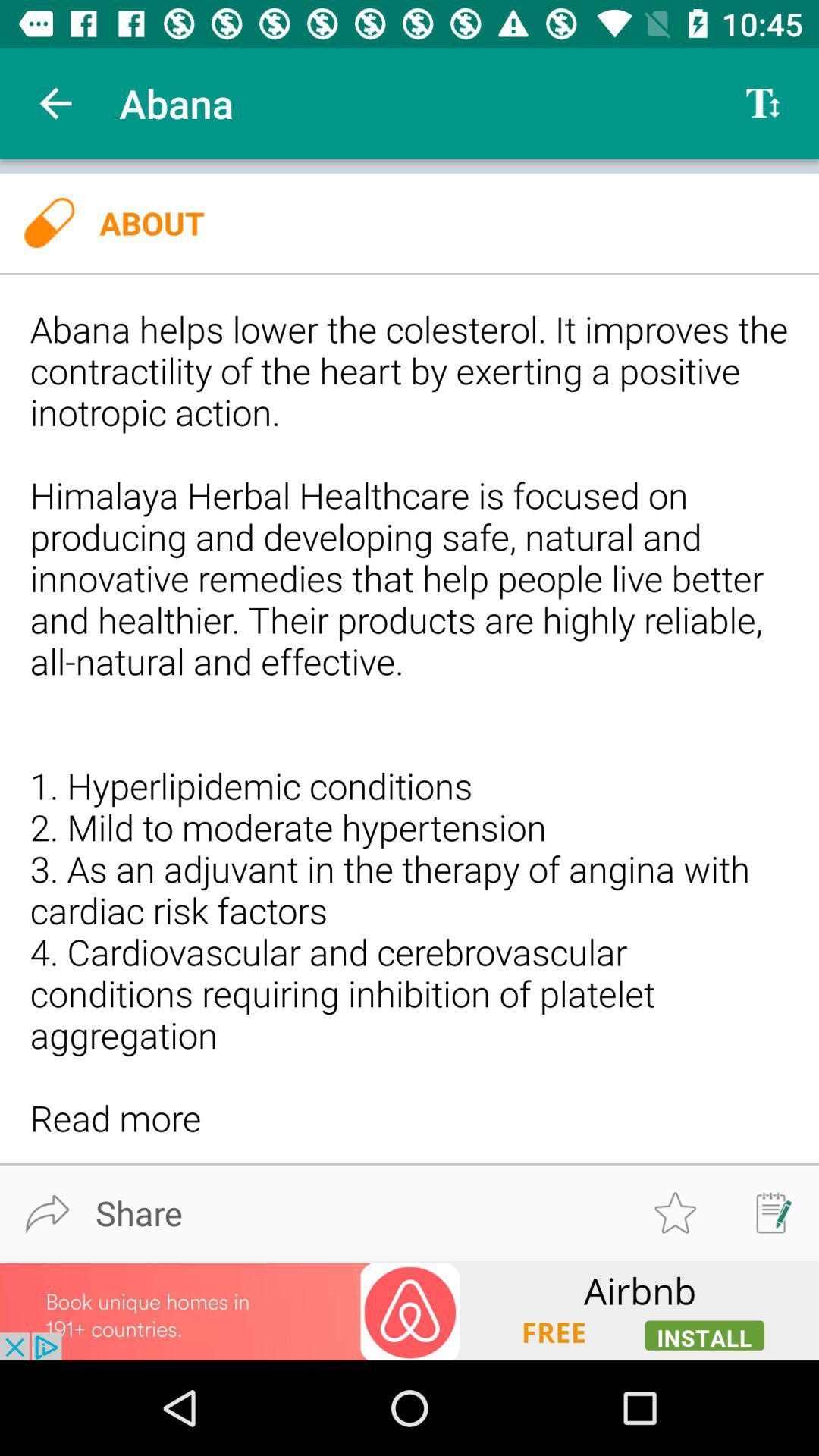 This screenshot has height=1456, width=819. What do you see at coordinates (409, 1310) in the screenshot?
I see `advertisement` at bounding box center [409, 1310].